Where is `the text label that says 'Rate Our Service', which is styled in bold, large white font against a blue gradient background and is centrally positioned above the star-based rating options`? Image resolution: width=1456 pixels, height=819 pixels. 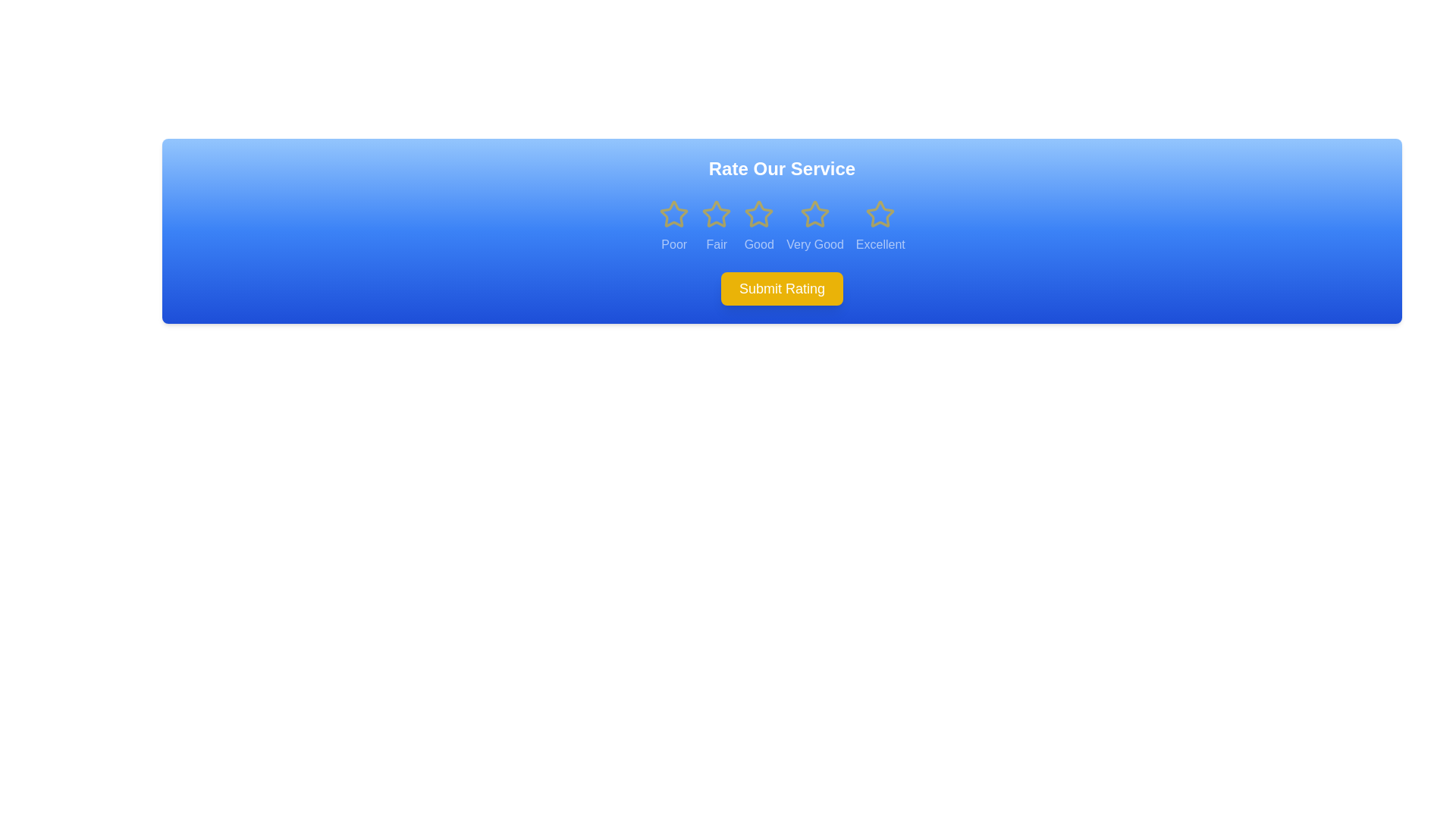 the text label that says 'Rate Our Service', which is styled in bold, large white font against a blue gradient background and is centrally positioned above the star-based rating options is located at coordinates (782, 169).